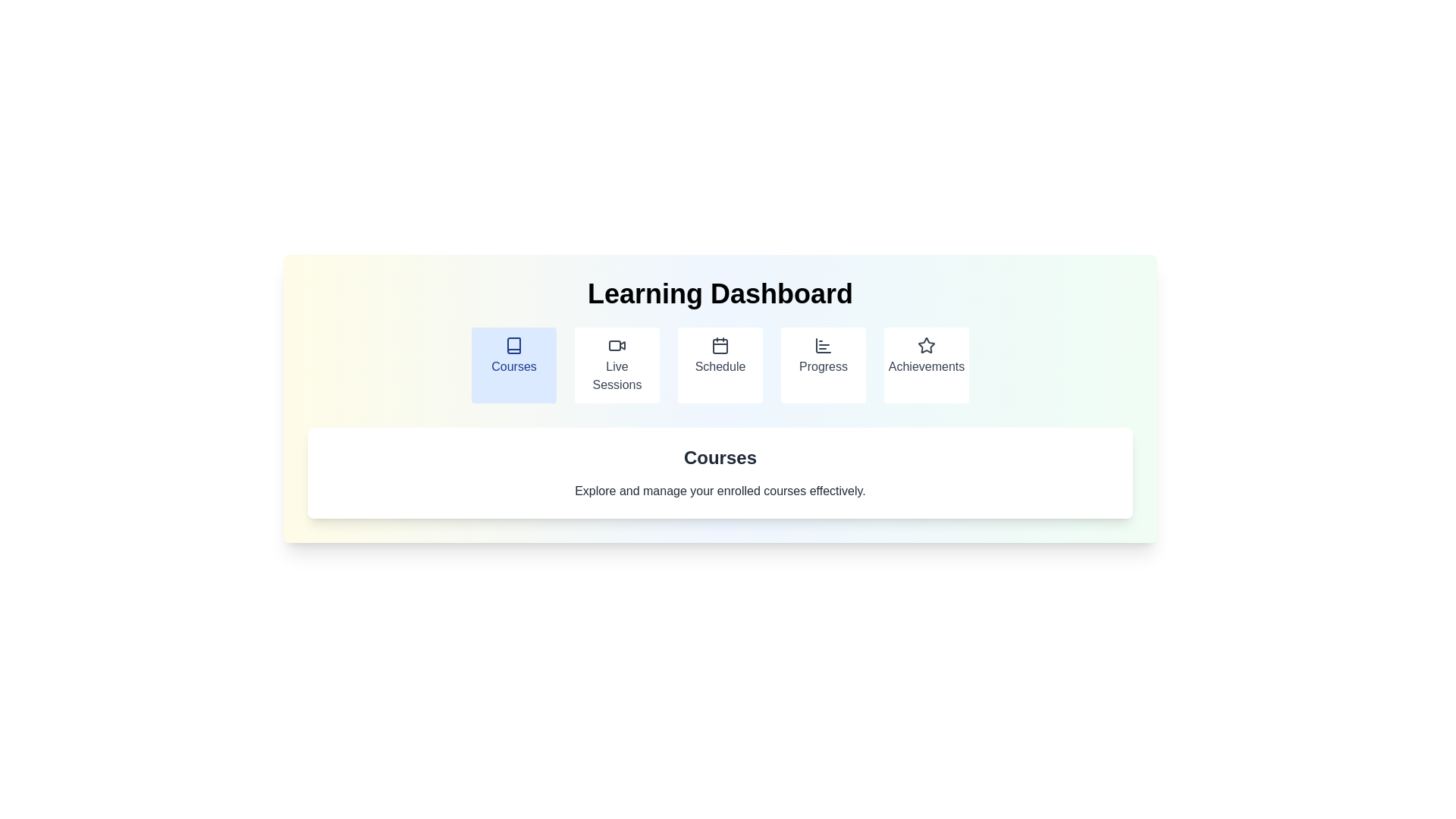 This screenshot has width=1456, height=819. I want to click on the leftmost navigational button in the row, so click(513, 366).